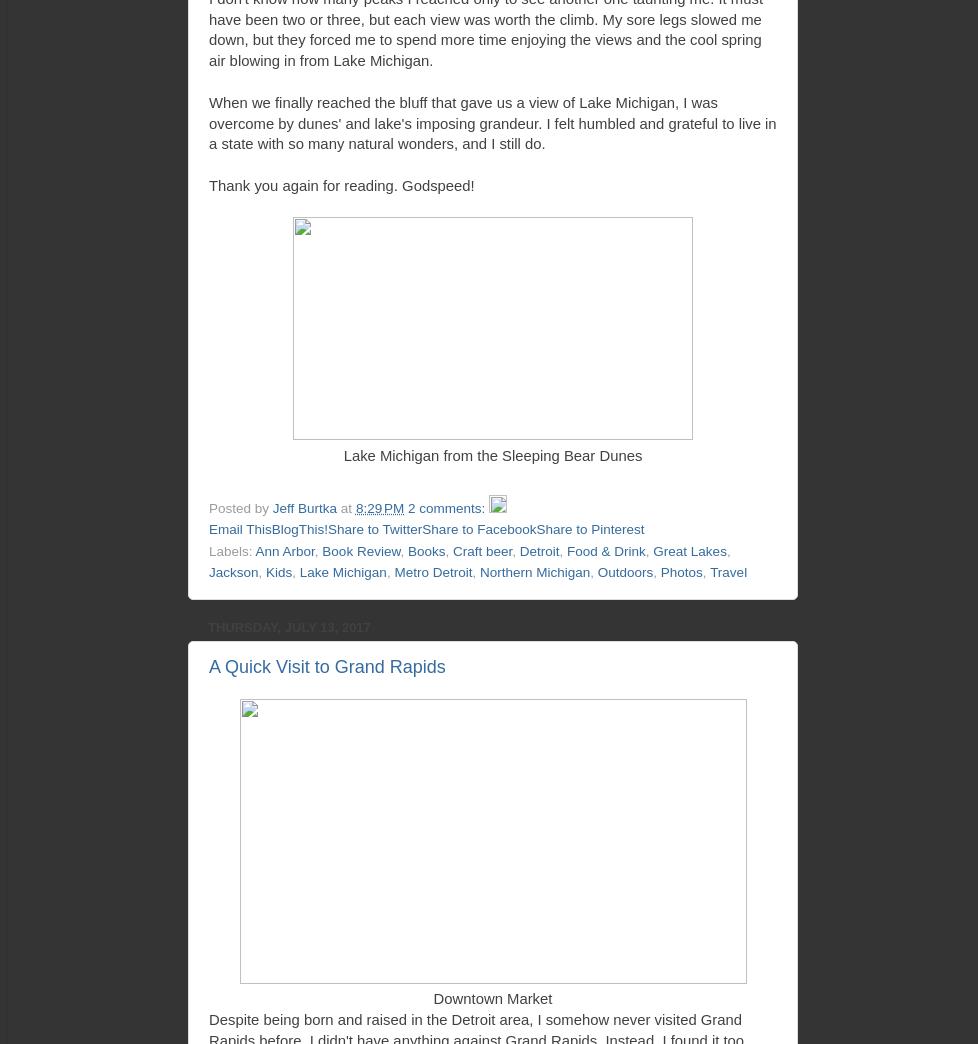 The height and width of the screenshot is (1044, 978). What do you see at coordinates (728, 571) in the screenshot?
I see `'Travel'` at bounding box center [728, 571].